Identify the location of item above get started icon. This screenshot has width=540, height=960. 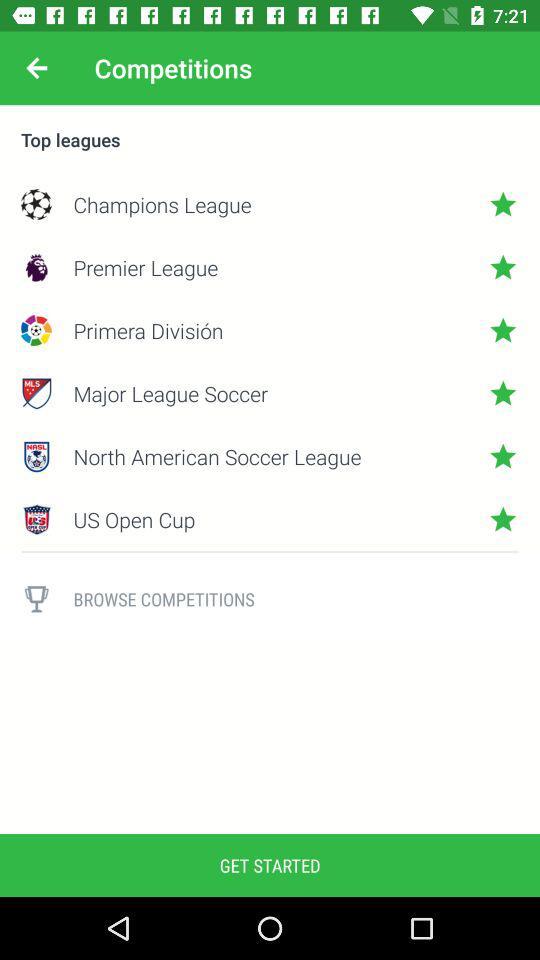
(36, 599).